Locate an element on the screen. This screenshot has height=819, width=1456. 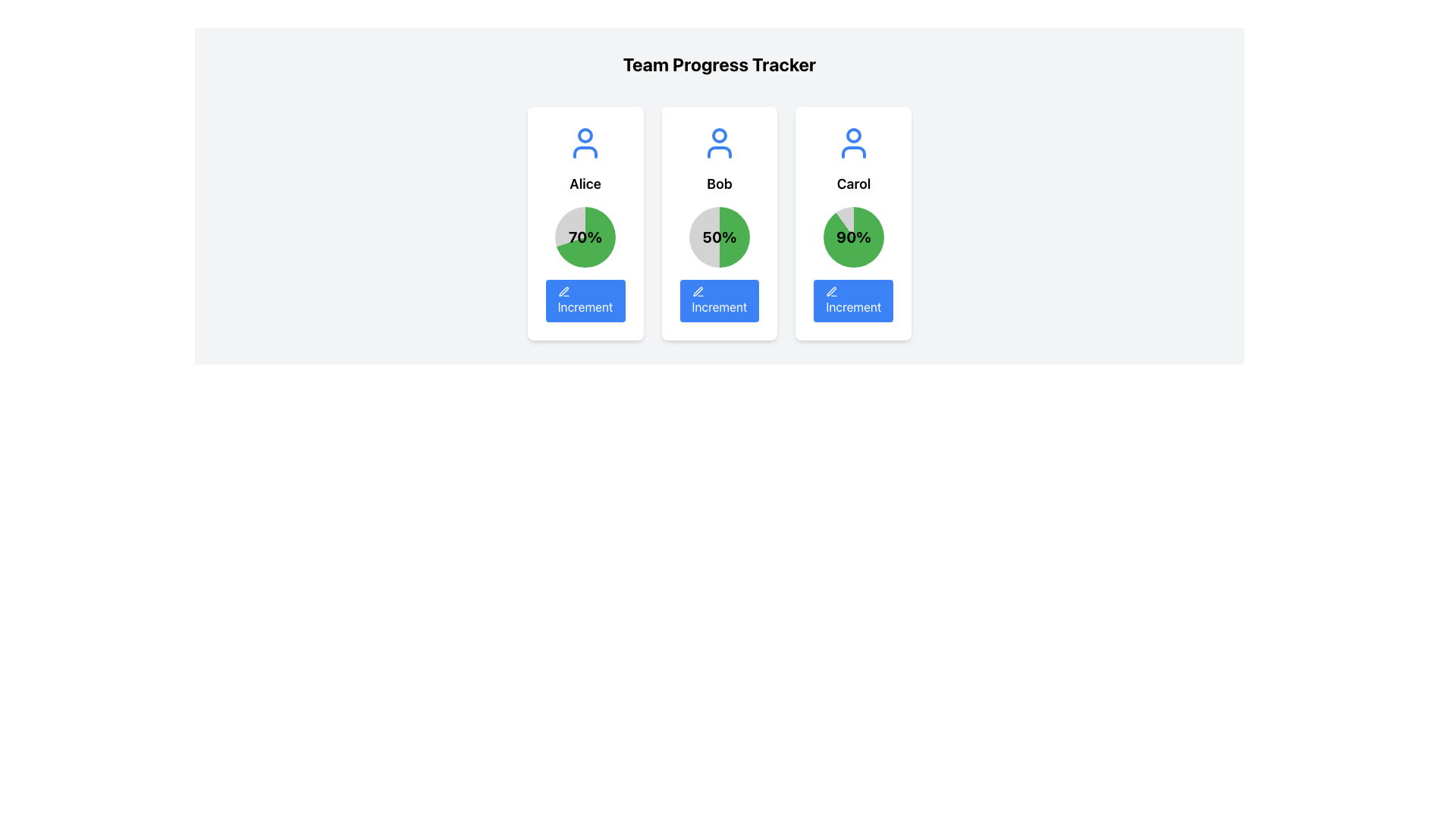
numerical status or percentage displayed in the center of the circular progress chart associated with 'Alice', located above the blue 'Increment' button is located at coordinates (585, 237).